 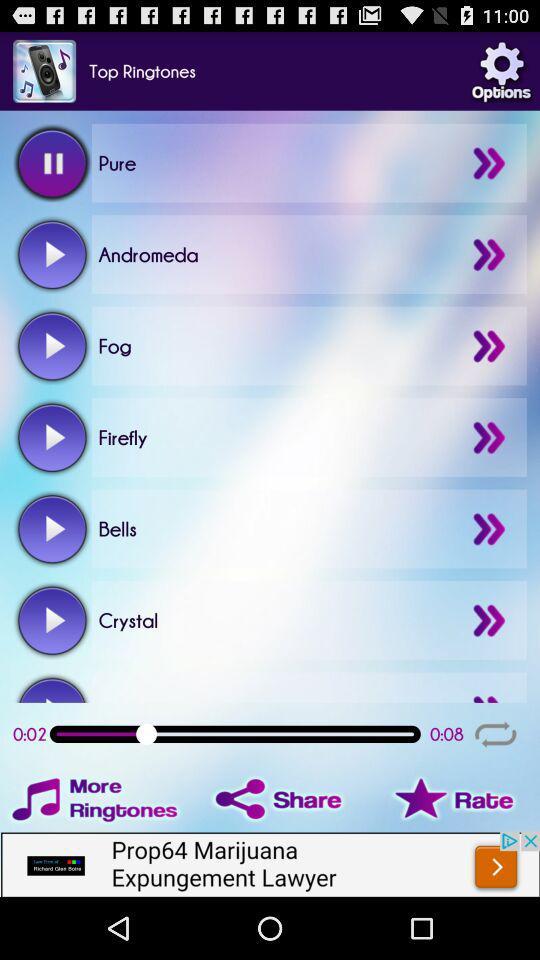 What do you see at coordinates (500, 75) in the screenshot?
I see `the settings icon` at bounding box center [500, 75].